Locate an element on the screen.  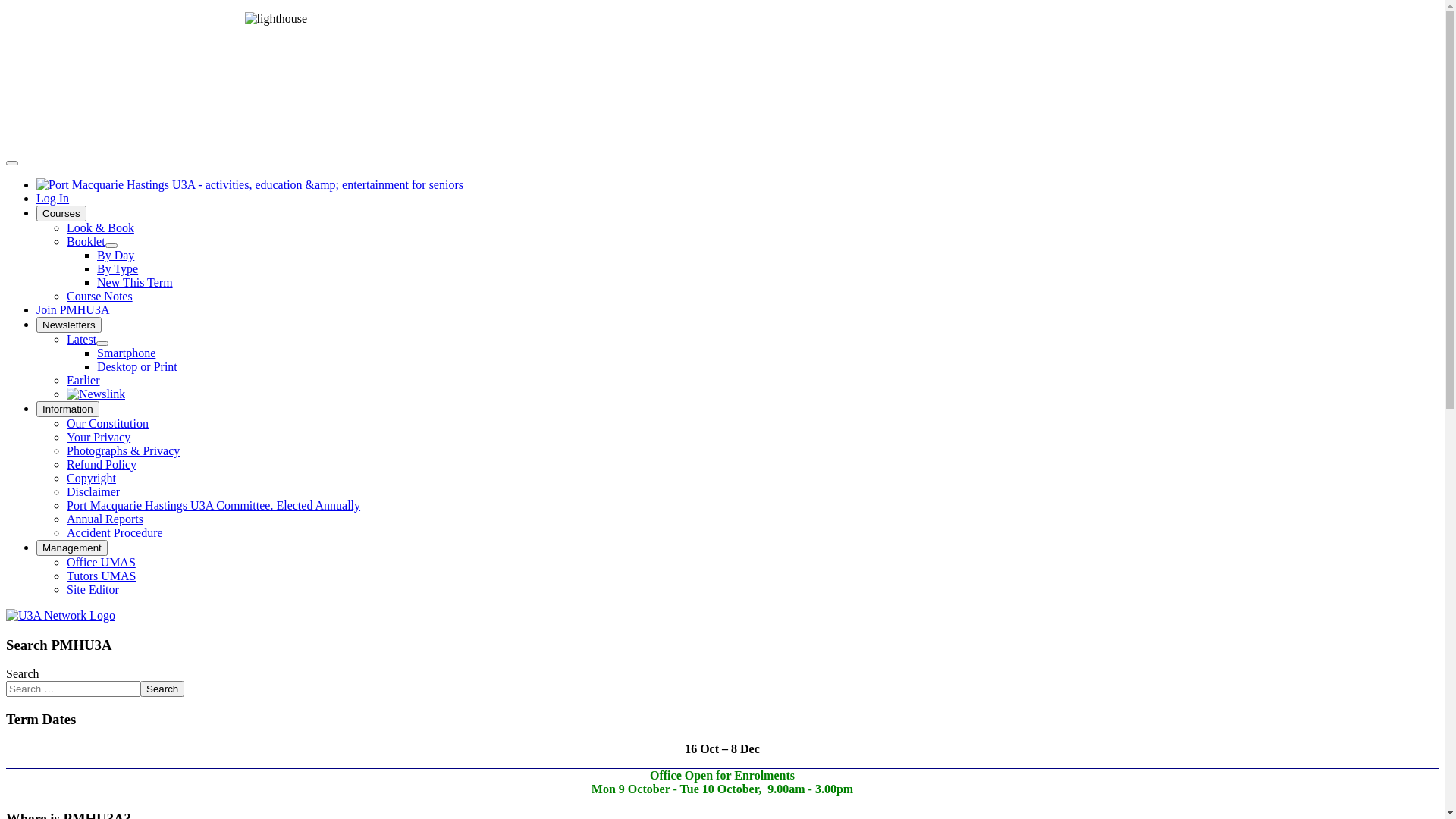
'Photographs & Privacy' is located at coordinates (123, 450).